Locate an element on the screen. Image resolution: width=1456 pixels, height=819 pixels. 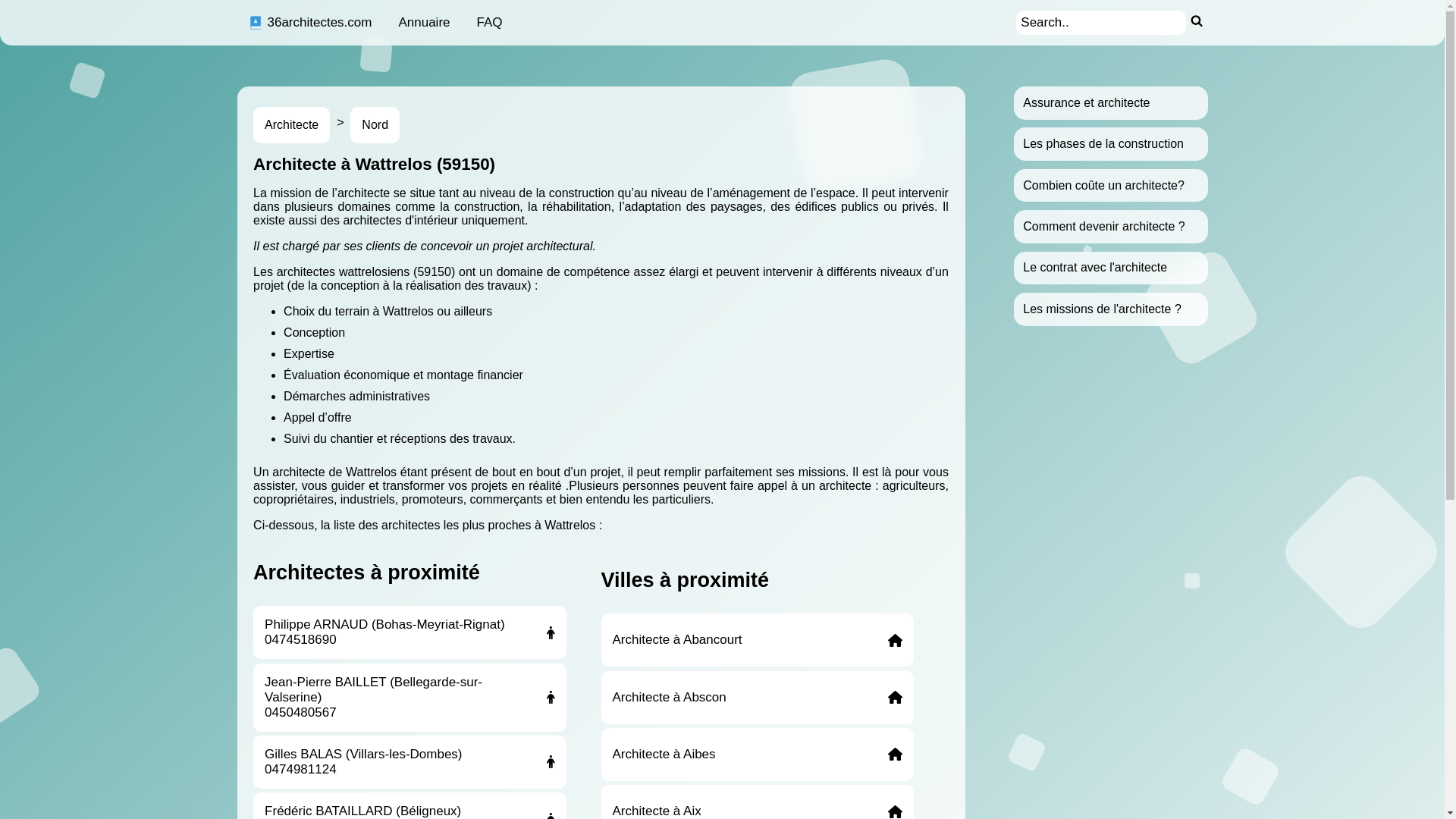
'FAQ' is located at coordinates (490, 23).